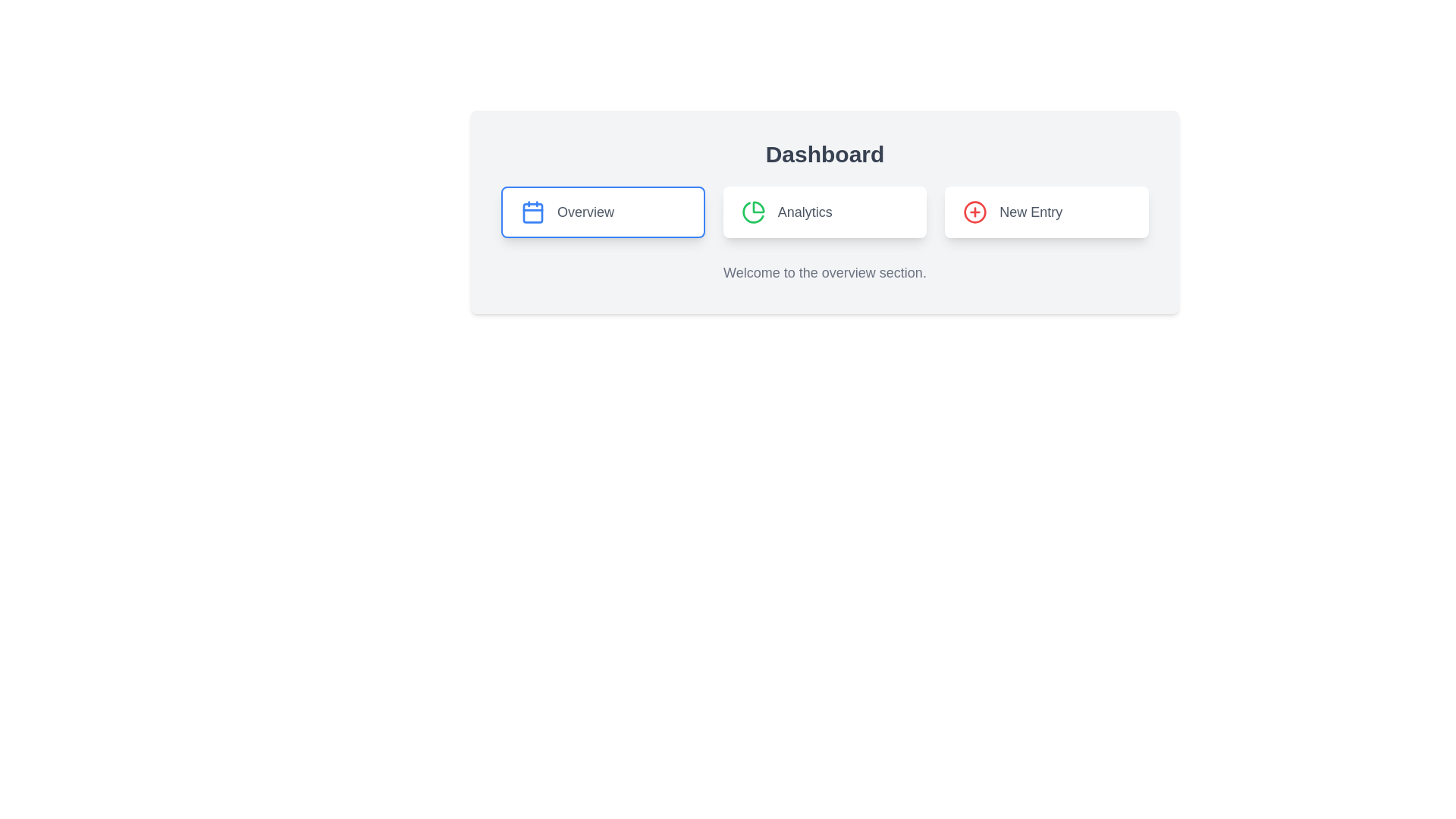 The image size is (1456, 819). Describe the element at coordinates (602, 212) in the screenshot. I see `the 'Overview' button, which is styled with a white background, rounded corners, and a blue border, located at the far left of the three horizontal buttons` at that location.